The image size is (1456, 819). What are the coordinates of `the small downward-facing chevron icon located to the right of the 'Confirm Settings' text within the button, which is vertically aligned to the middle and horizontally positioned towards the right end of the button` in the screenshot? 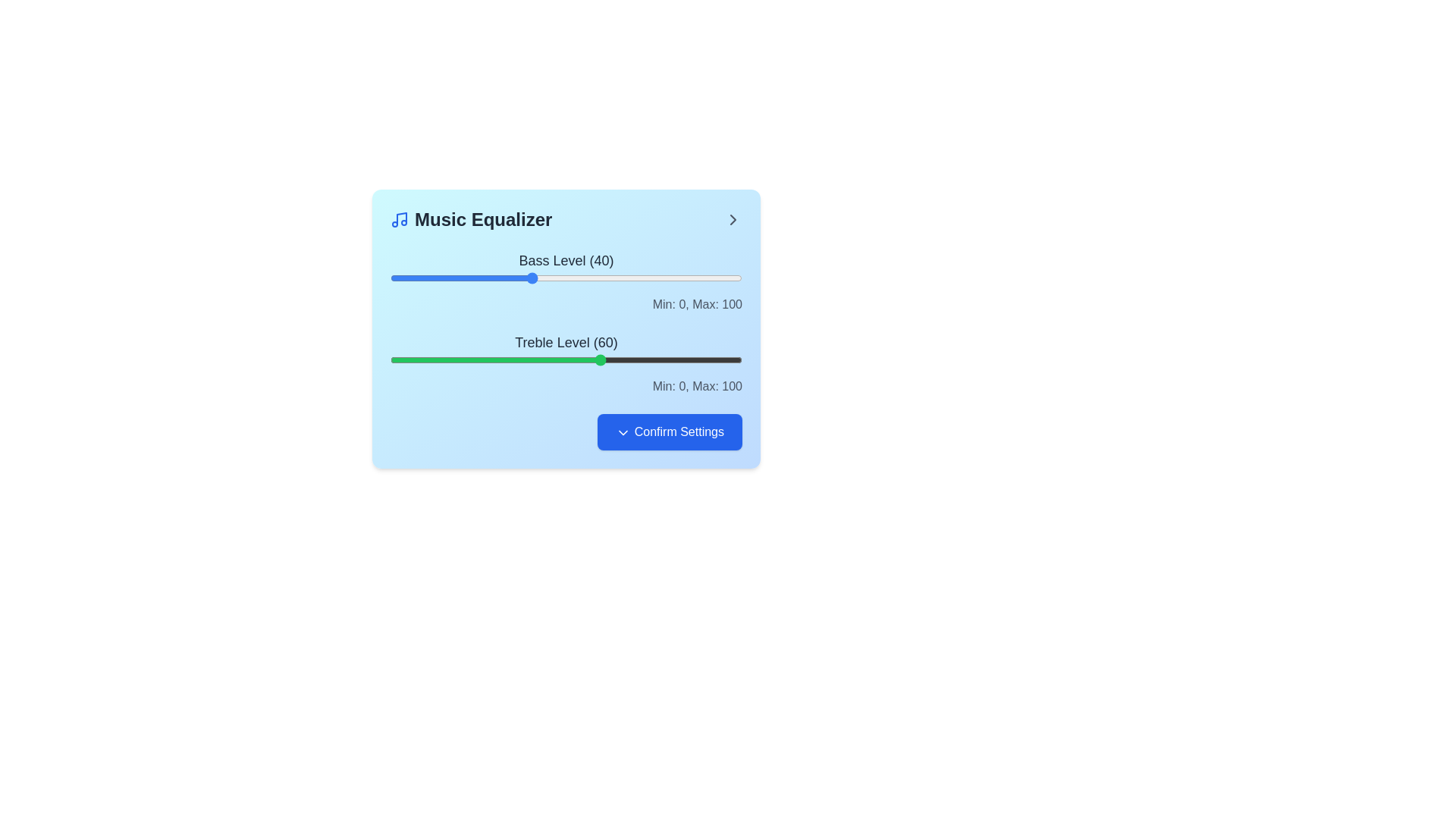 It's located at (623, 432).